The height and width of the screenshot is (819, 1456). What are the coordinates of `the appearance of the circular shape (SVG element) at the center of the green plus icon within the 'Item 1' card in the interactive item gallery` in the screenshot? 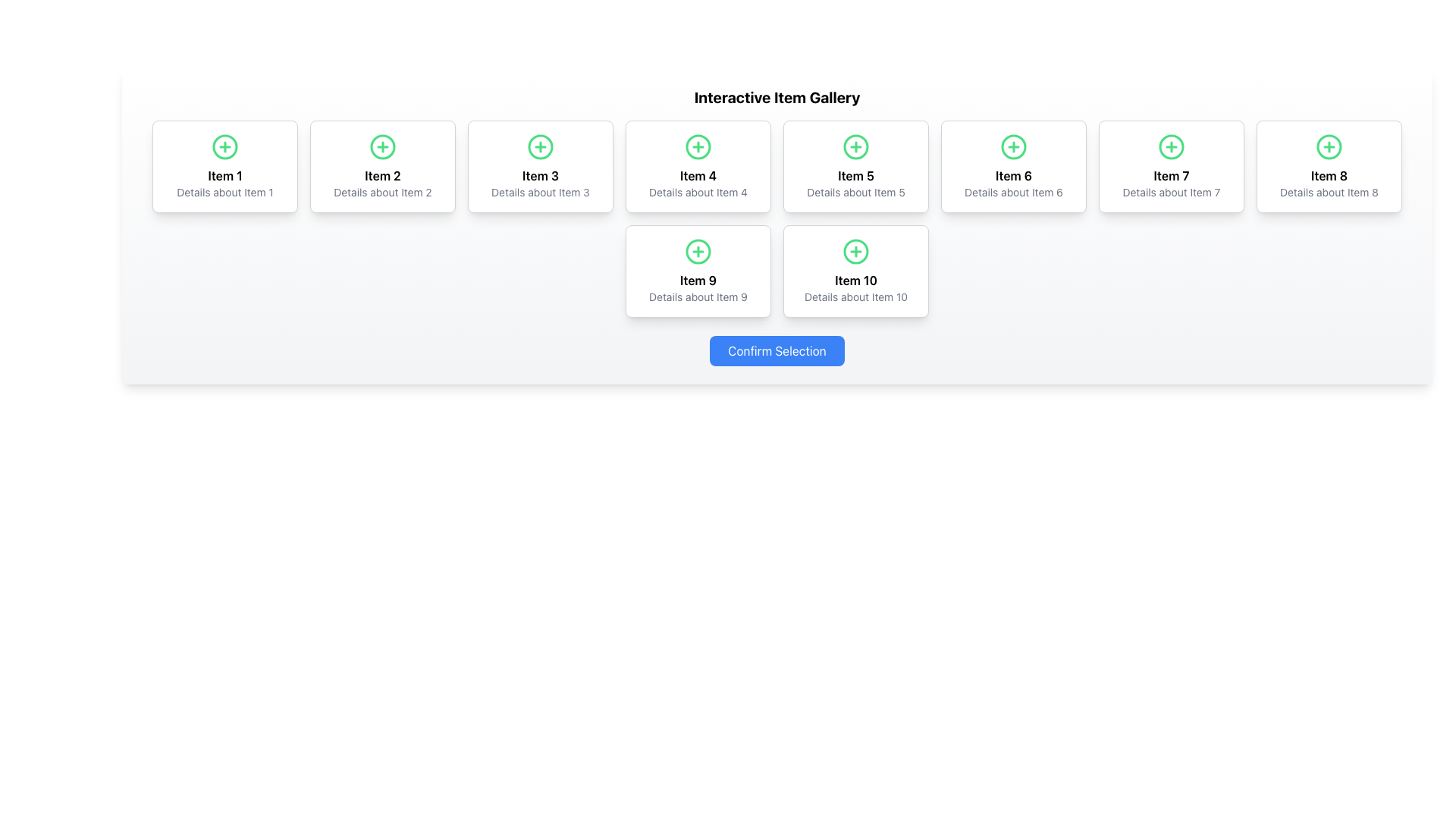 It's located at (224, 146).